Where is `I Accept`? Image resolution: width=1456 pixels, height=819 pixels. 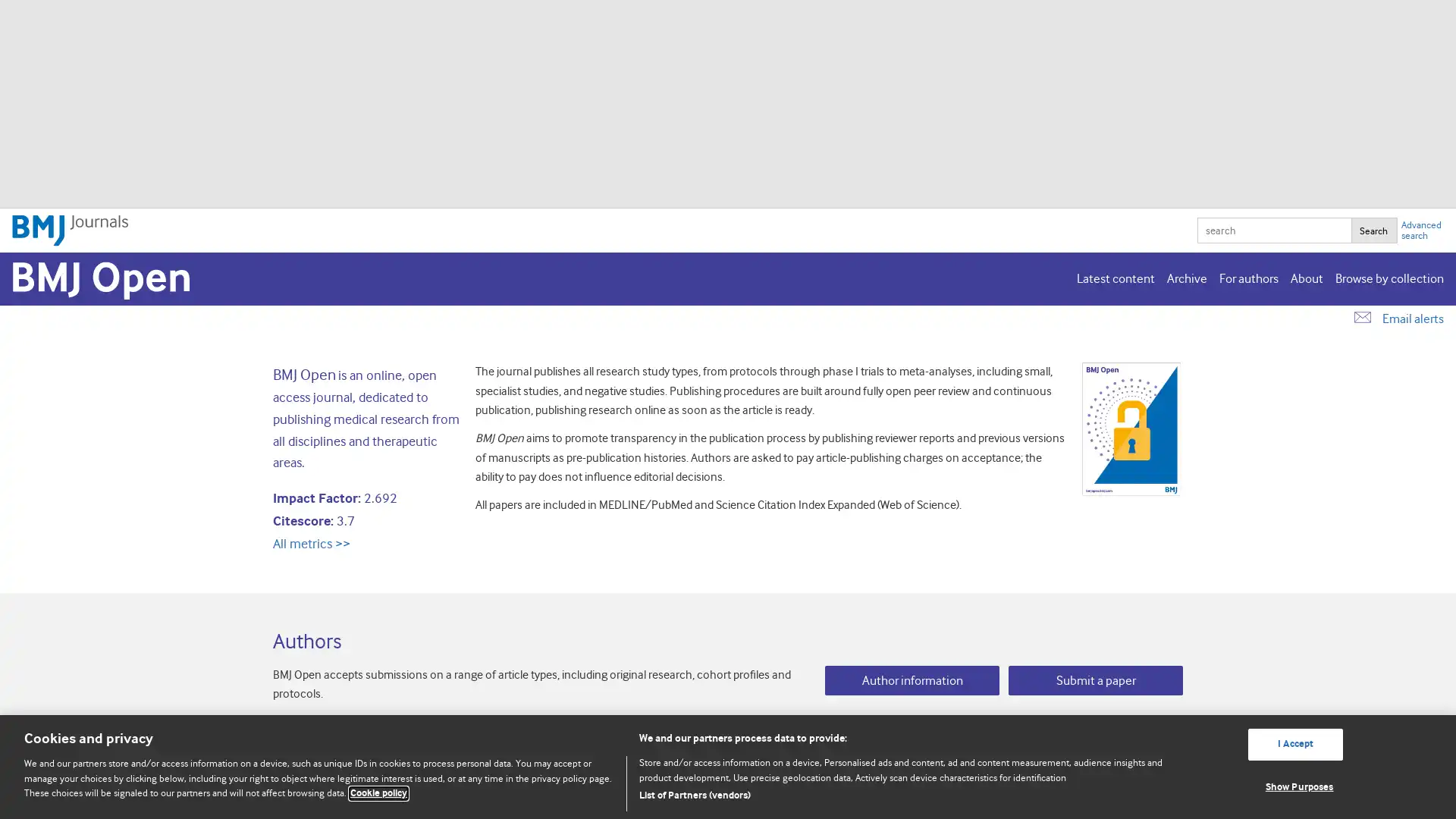 I Accept is located at coordinates (1294, 743).